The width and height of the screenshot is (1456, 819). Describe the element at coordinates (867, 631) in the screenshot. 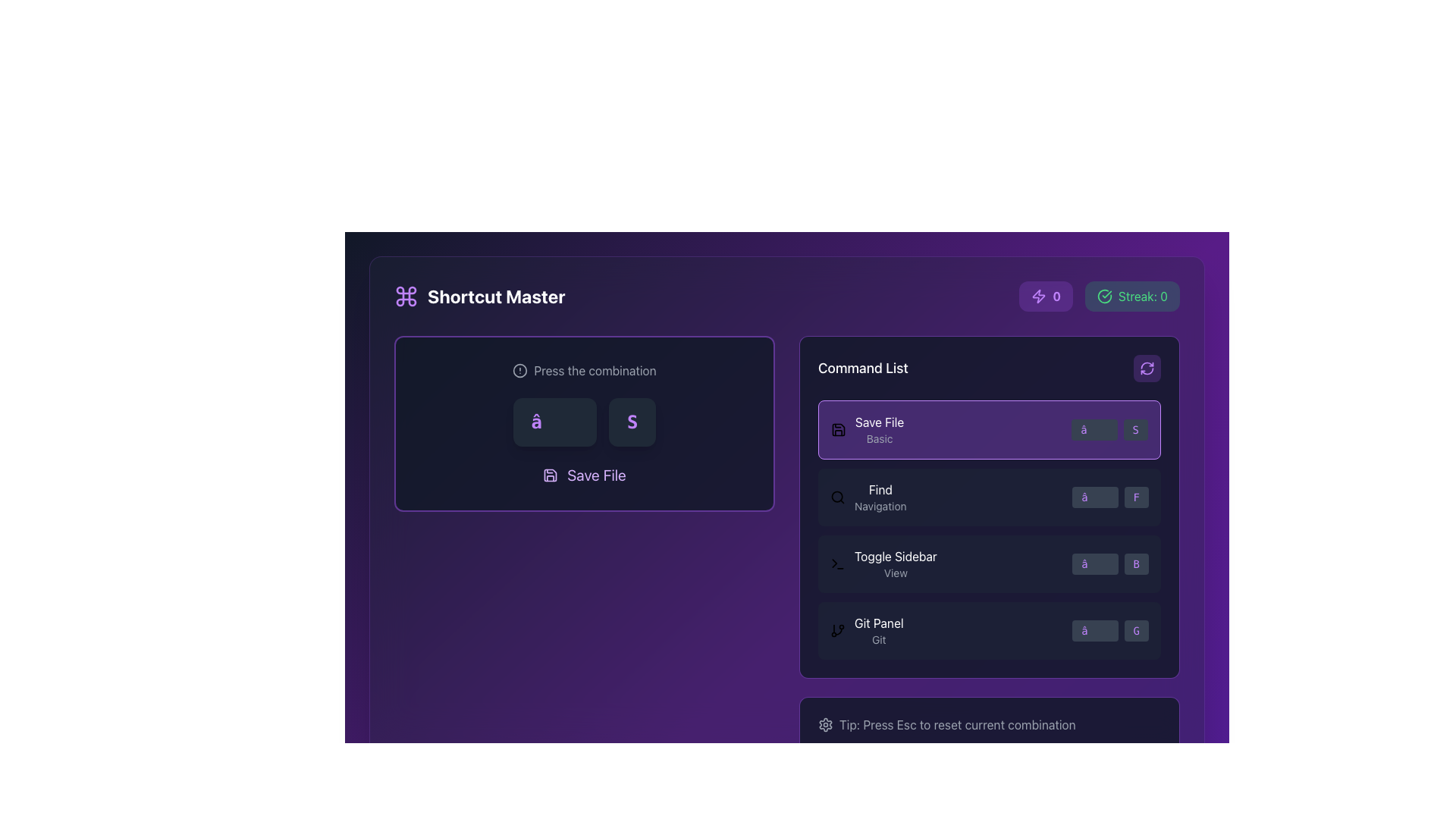

I see `the 'Git Panel' Interactive Label with Icon, which displays 'Git Panel' in white above 'Git' in smaller gray font, located in the fourth row of the 'Command List' section on the right side of the interface` at that location.